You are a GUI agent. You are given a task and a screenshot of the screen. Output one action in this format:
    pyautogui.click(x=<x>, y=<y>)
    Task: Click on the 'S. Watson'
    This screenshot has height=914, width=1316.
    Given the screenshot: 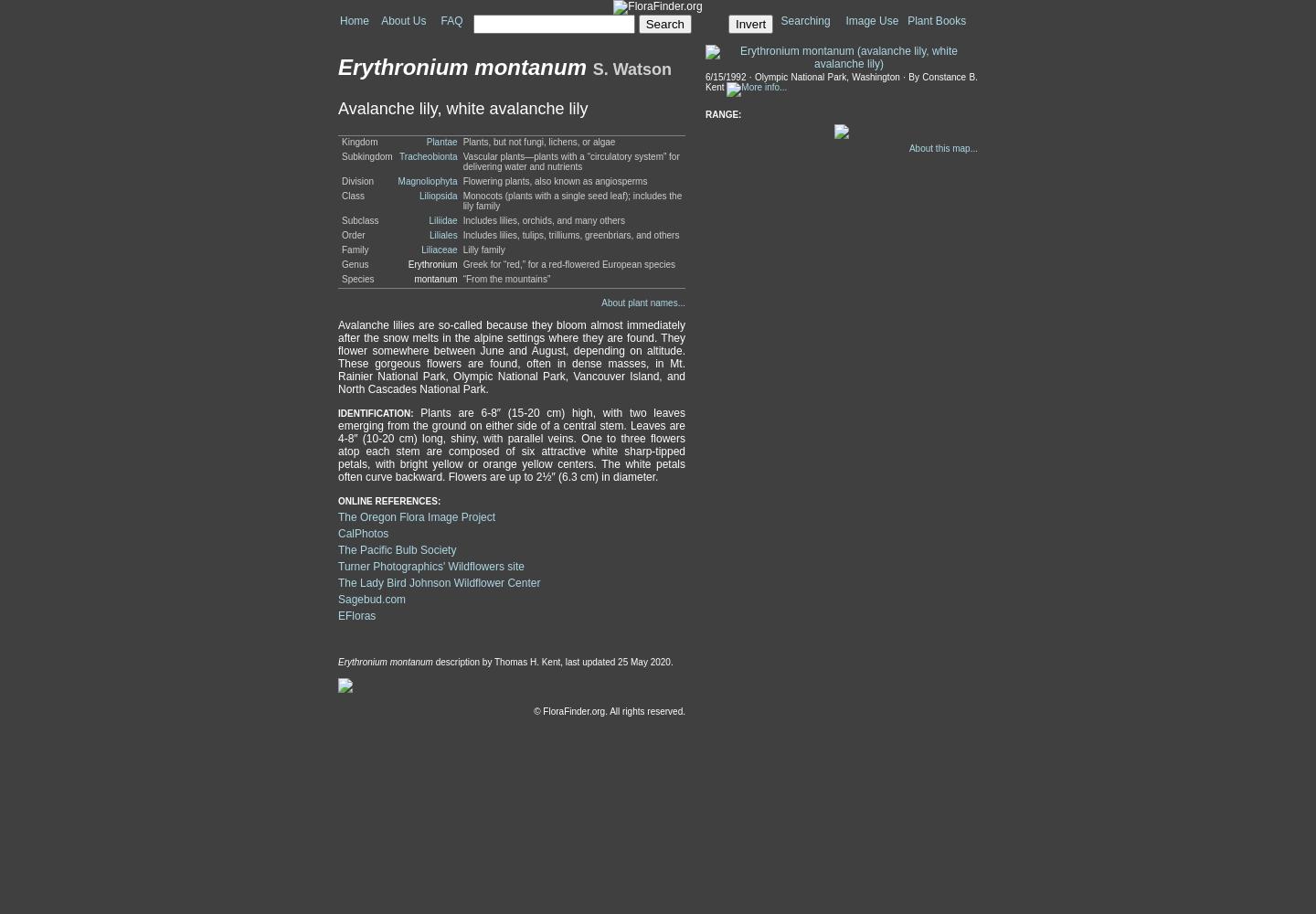 What is the action you would take?
    pyautogui.click(x=631, y=69)
    